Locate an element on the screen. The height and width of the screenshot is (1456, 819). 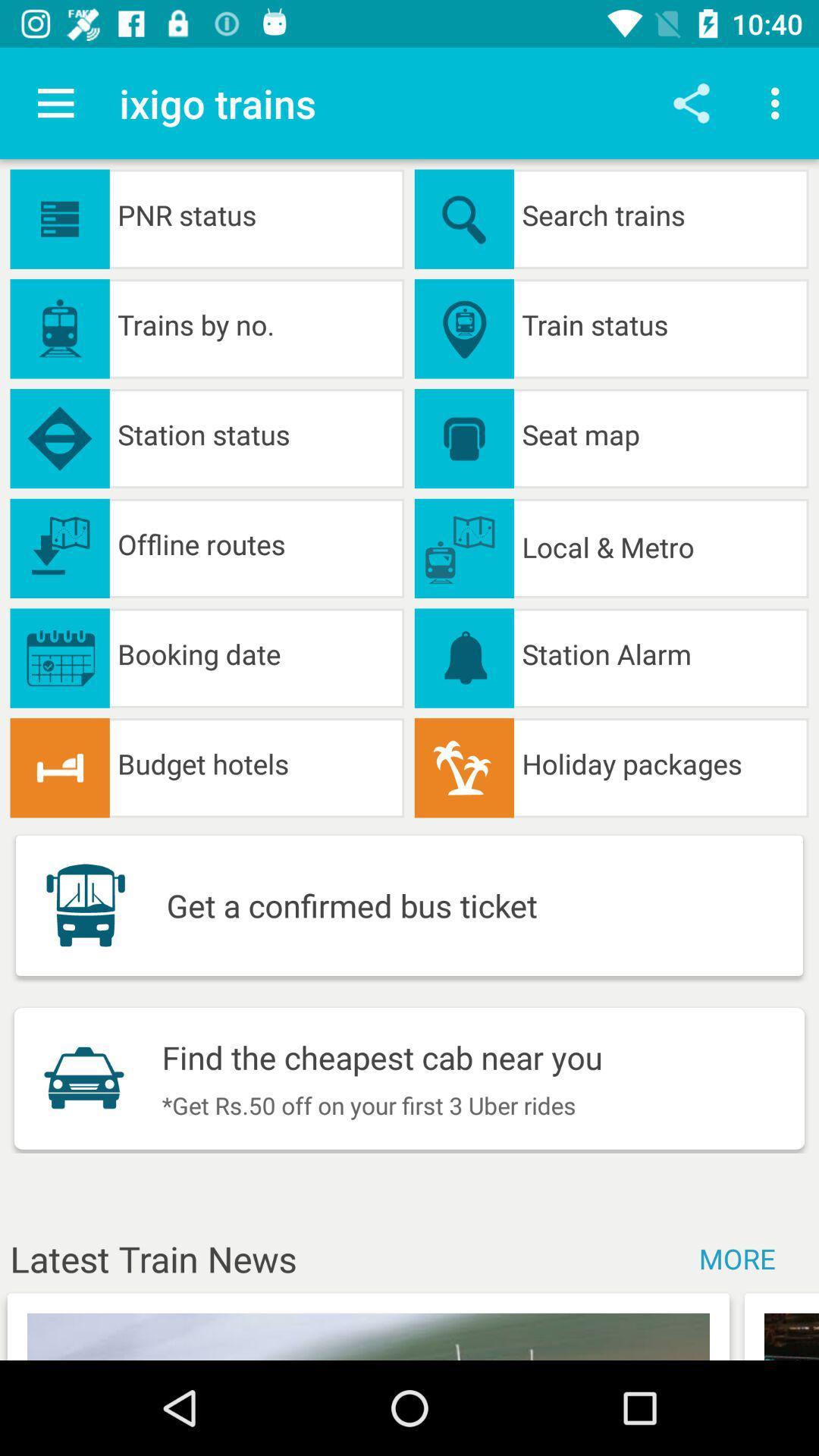
share is located at coordinates (691, 102).